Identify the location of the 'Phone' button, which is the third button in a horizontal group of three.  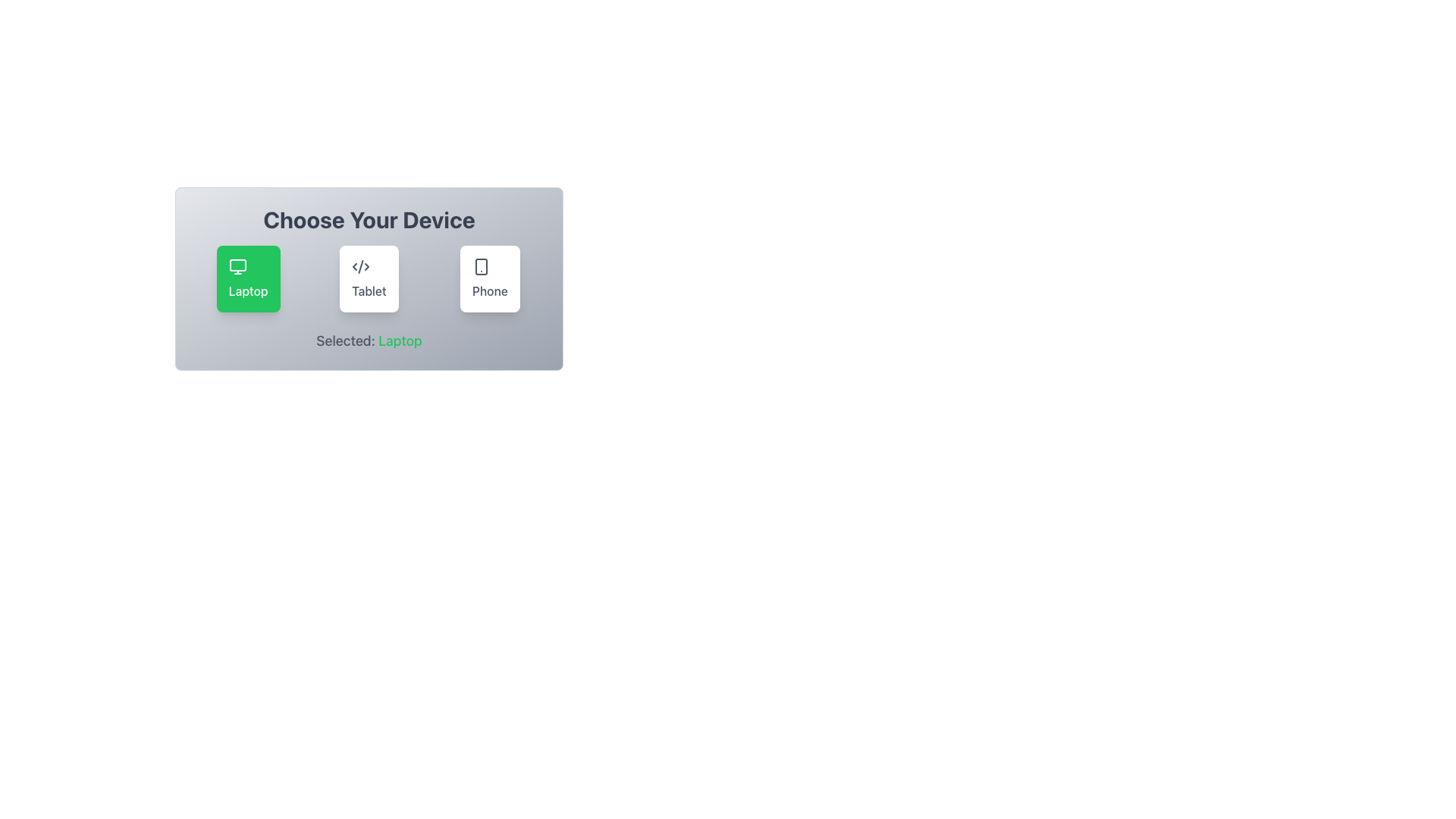
(490, 278).